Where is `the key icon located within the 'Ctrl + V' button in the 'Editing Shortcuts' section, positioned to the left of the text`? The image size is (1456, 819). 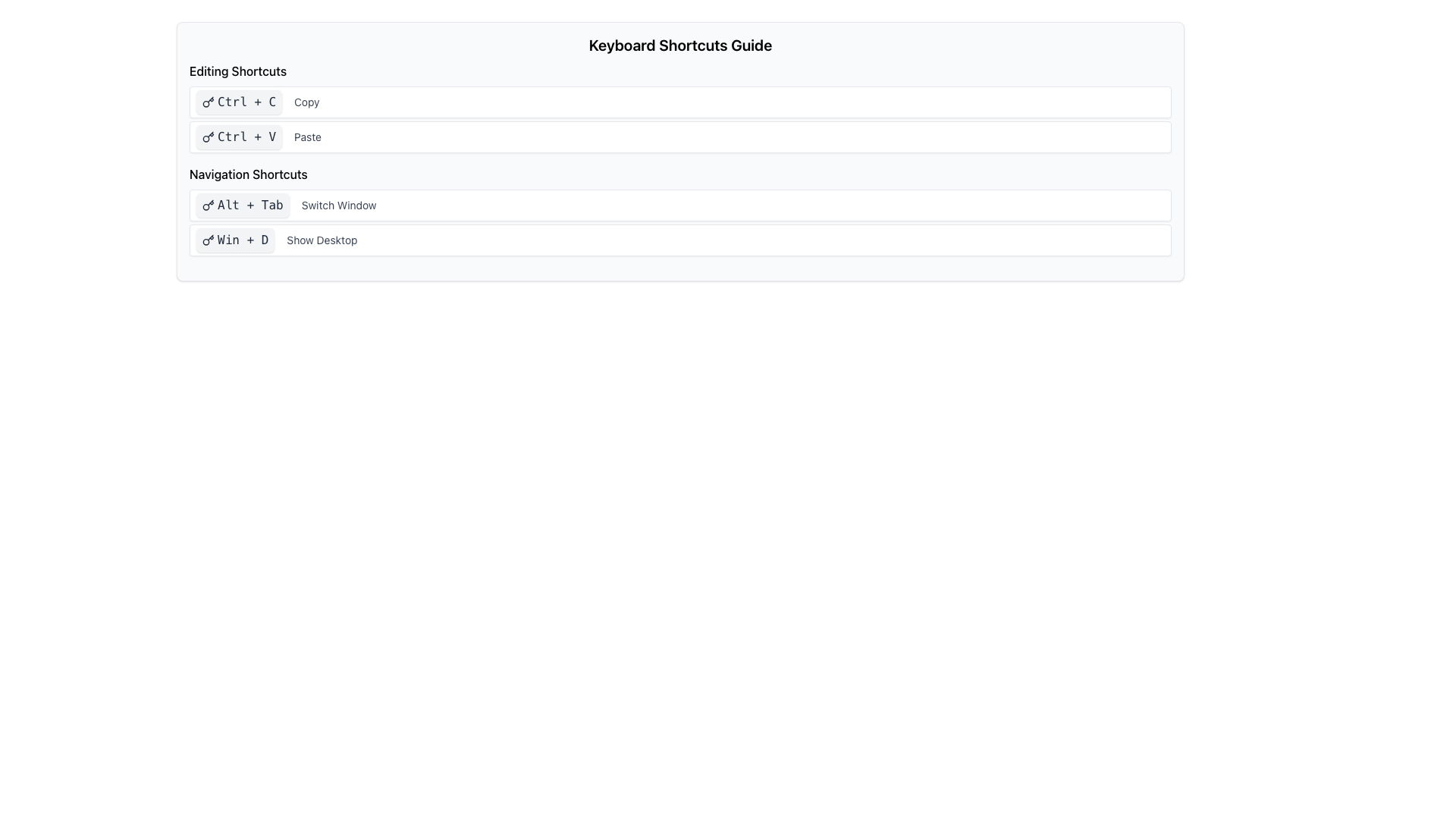
the key icon located within the 'Ctrl + V' button in the 'Editing Shortcuts' section, positioned to the left of the text is located at coordinates (207, 137).